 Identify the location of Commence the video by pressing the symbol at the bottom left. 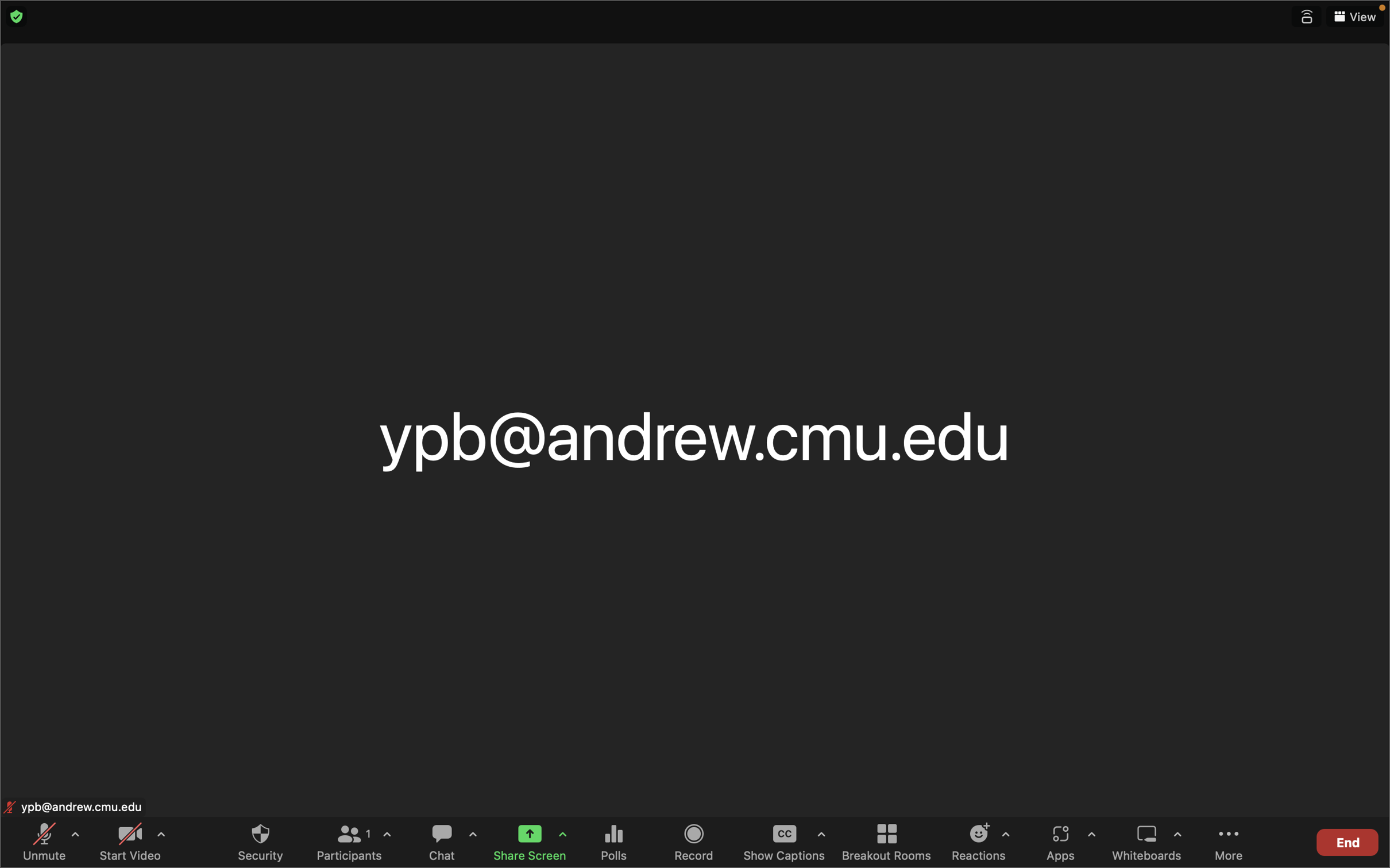
(129, 842).